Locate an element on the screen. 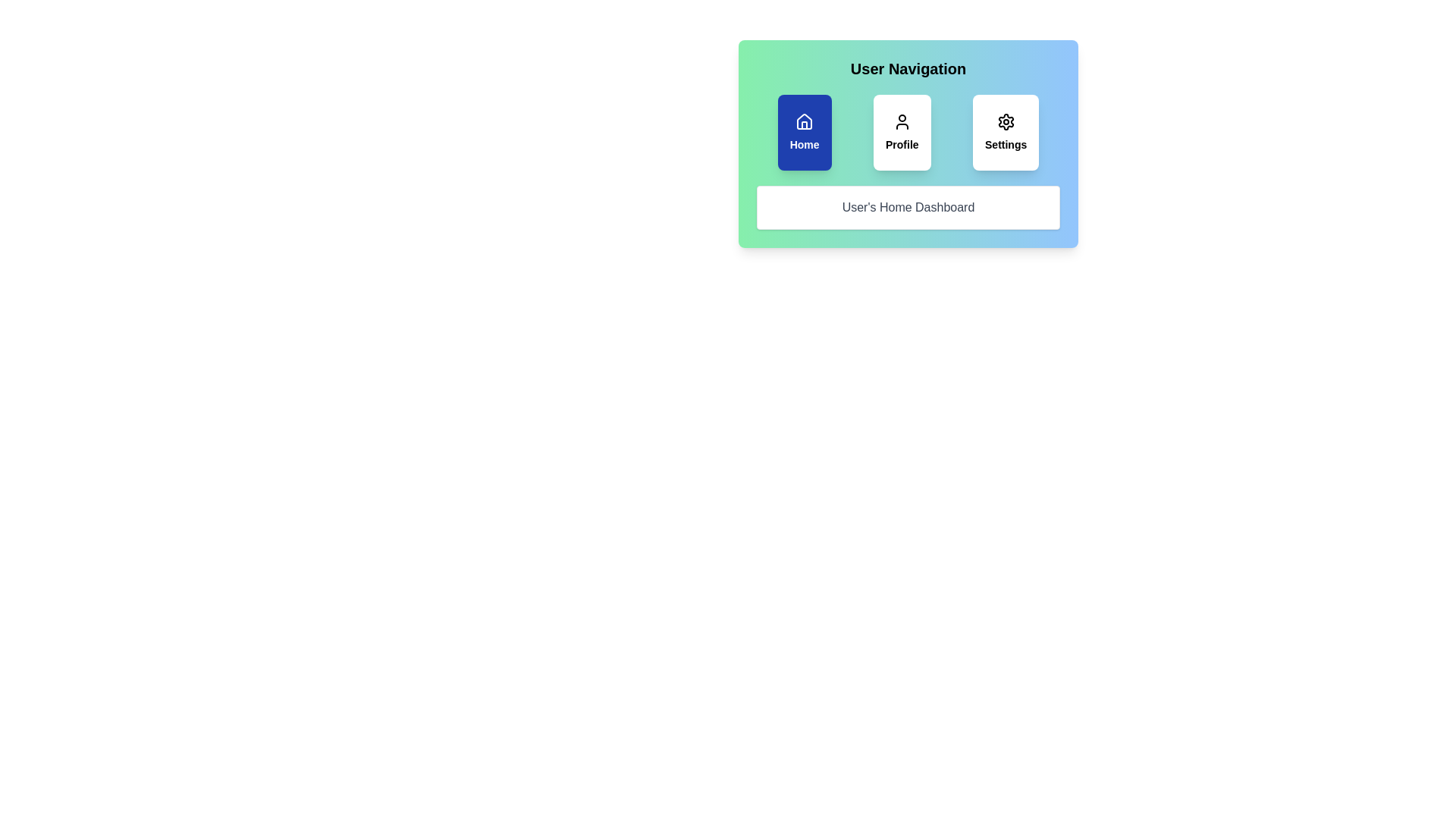 The width and height of the screenshot is (1456, 819). the Profile button to observe its visual feedback is located at coordinates (902, 131).